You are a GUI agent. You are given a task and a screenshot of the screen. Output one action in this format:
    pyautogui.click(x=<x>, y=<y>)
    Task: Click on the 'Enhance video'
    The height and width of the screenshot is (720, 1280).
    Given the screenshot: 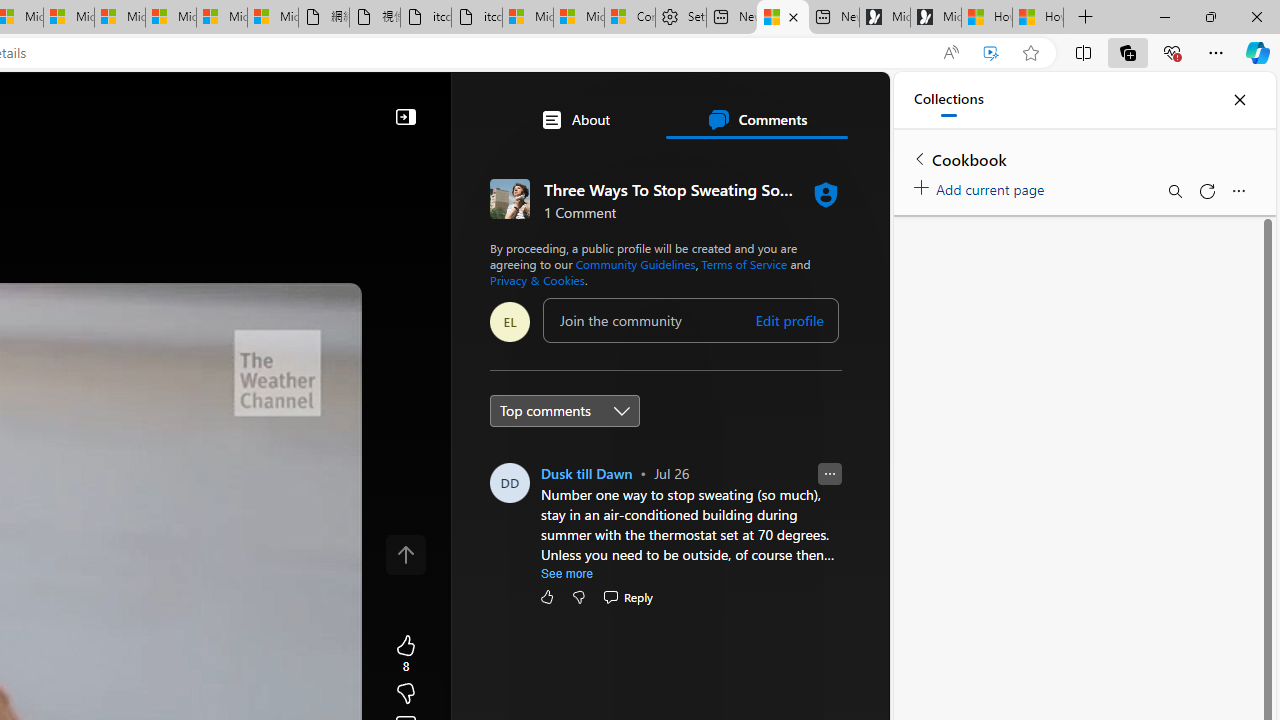 What is the action you would take?
    pyautogui.click(x=991, y=52)
    